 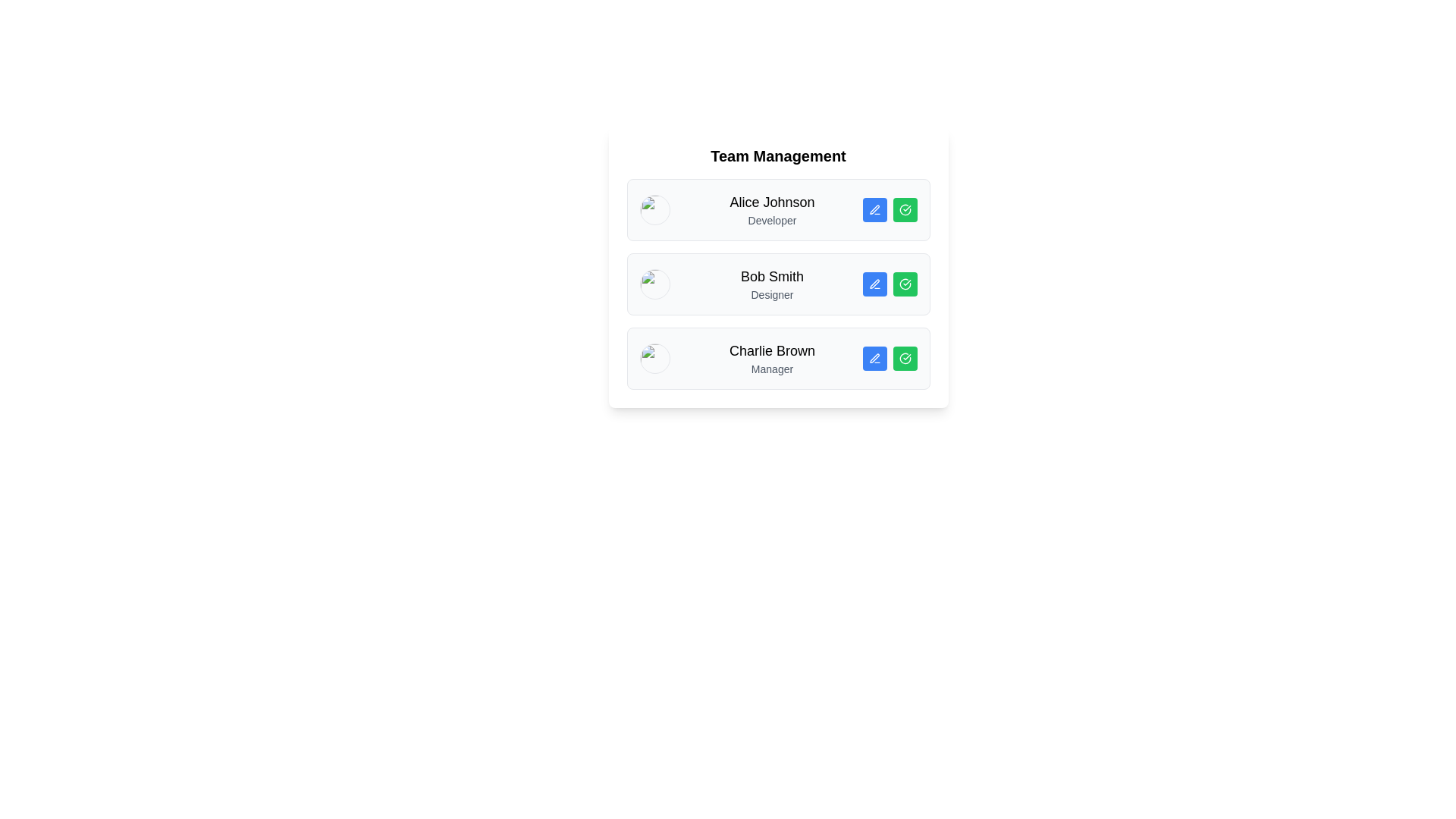 What do you see at coordinates (772, 359) in the screenshot?
I see `the text label that displays 'Charlie Brown' and 'Manager', which is part of the third card in the 'Team Management' section, located before the action buttons` at bounding box center [772, 359].